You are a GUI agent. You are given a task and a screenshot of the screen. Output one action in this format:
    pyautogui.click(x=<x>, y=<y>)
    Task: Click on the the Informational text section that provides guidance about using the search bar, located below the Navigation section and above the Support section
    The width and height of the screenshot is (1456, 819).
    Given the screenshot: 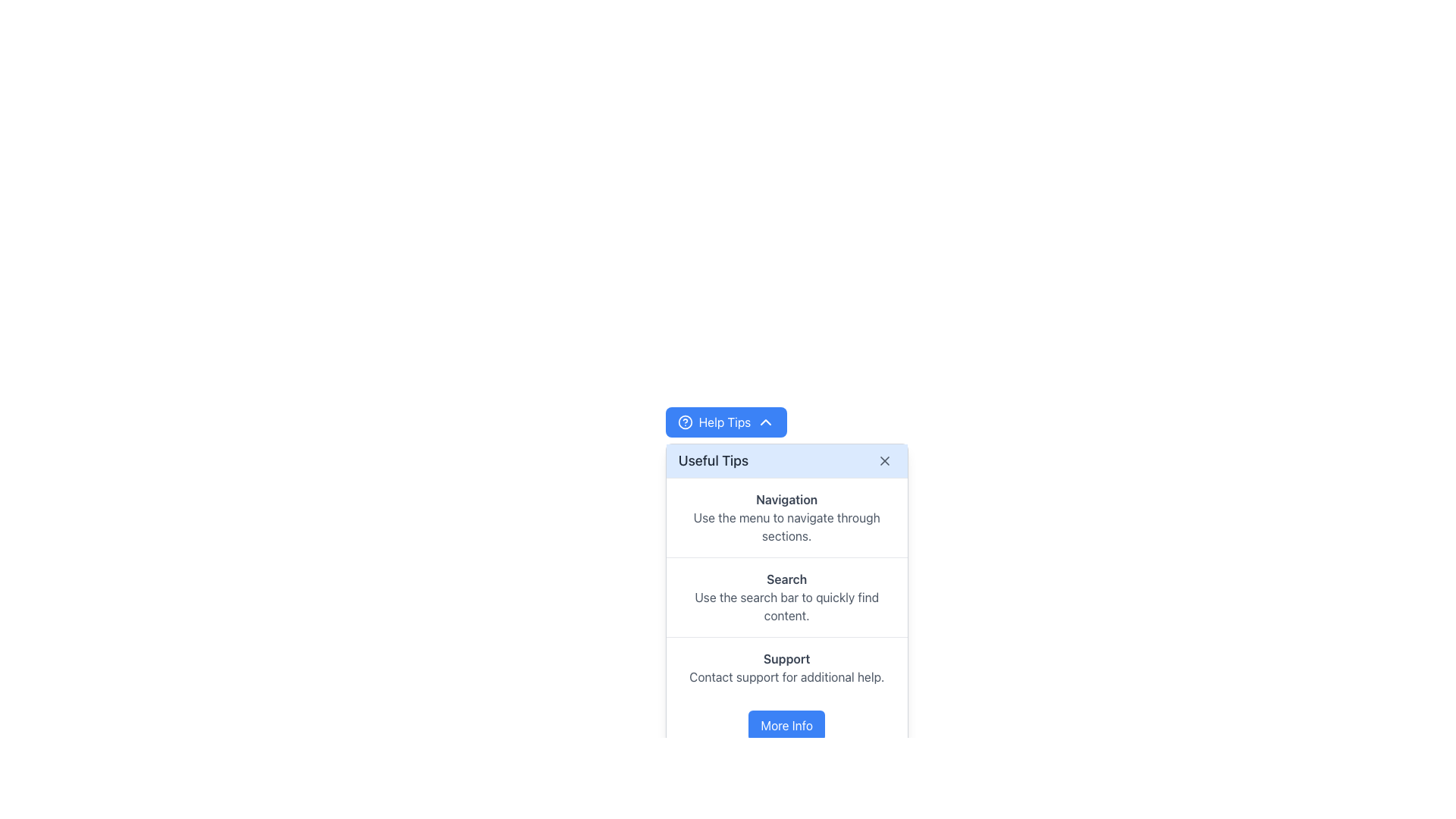 What is the action you would take?
    pyautogui.click(x=786, y=596)
    